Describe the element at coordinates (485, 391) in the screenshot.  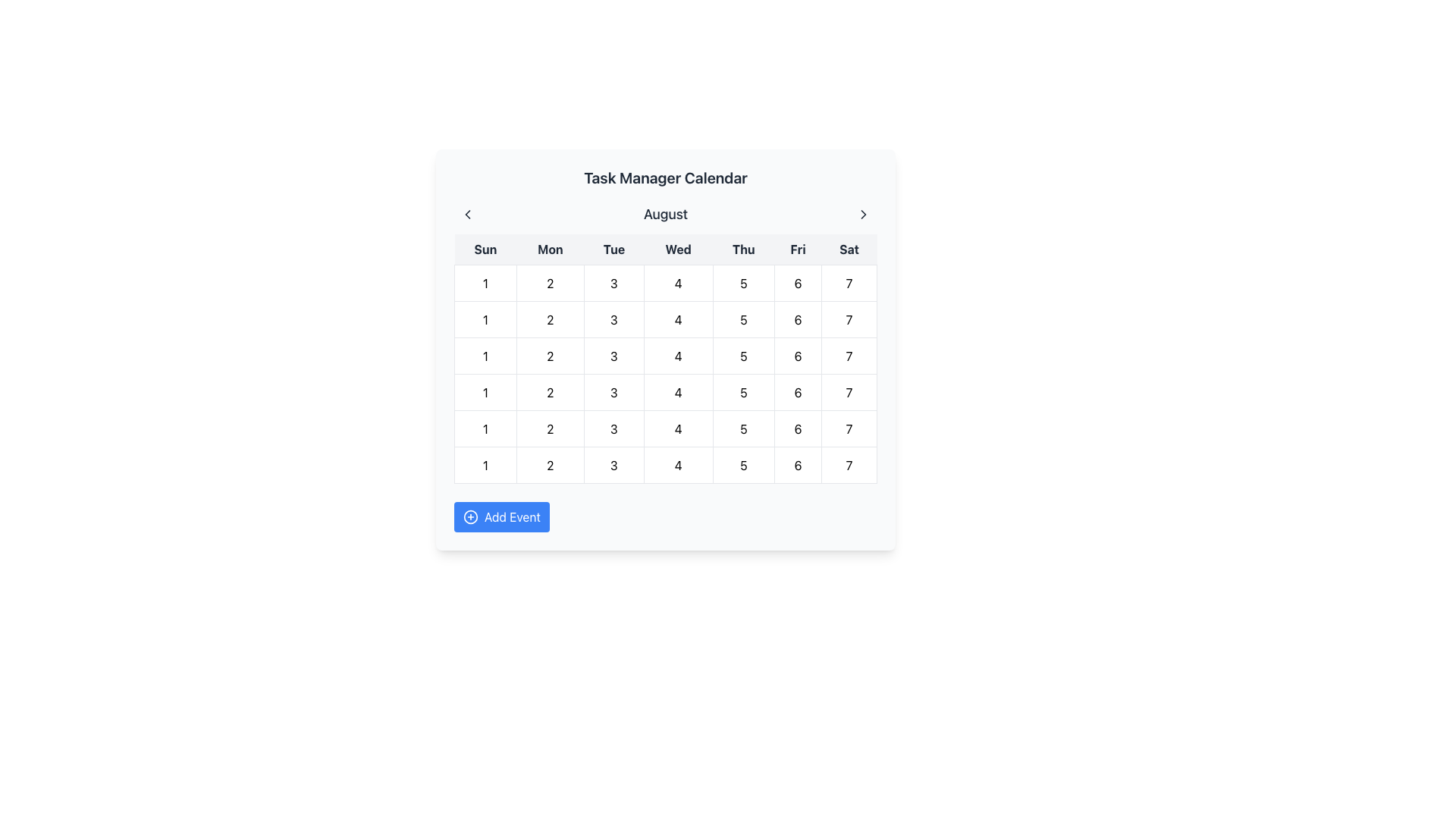
I see `the text in the first cell of the calendar grid that represents a specific date` at that location.